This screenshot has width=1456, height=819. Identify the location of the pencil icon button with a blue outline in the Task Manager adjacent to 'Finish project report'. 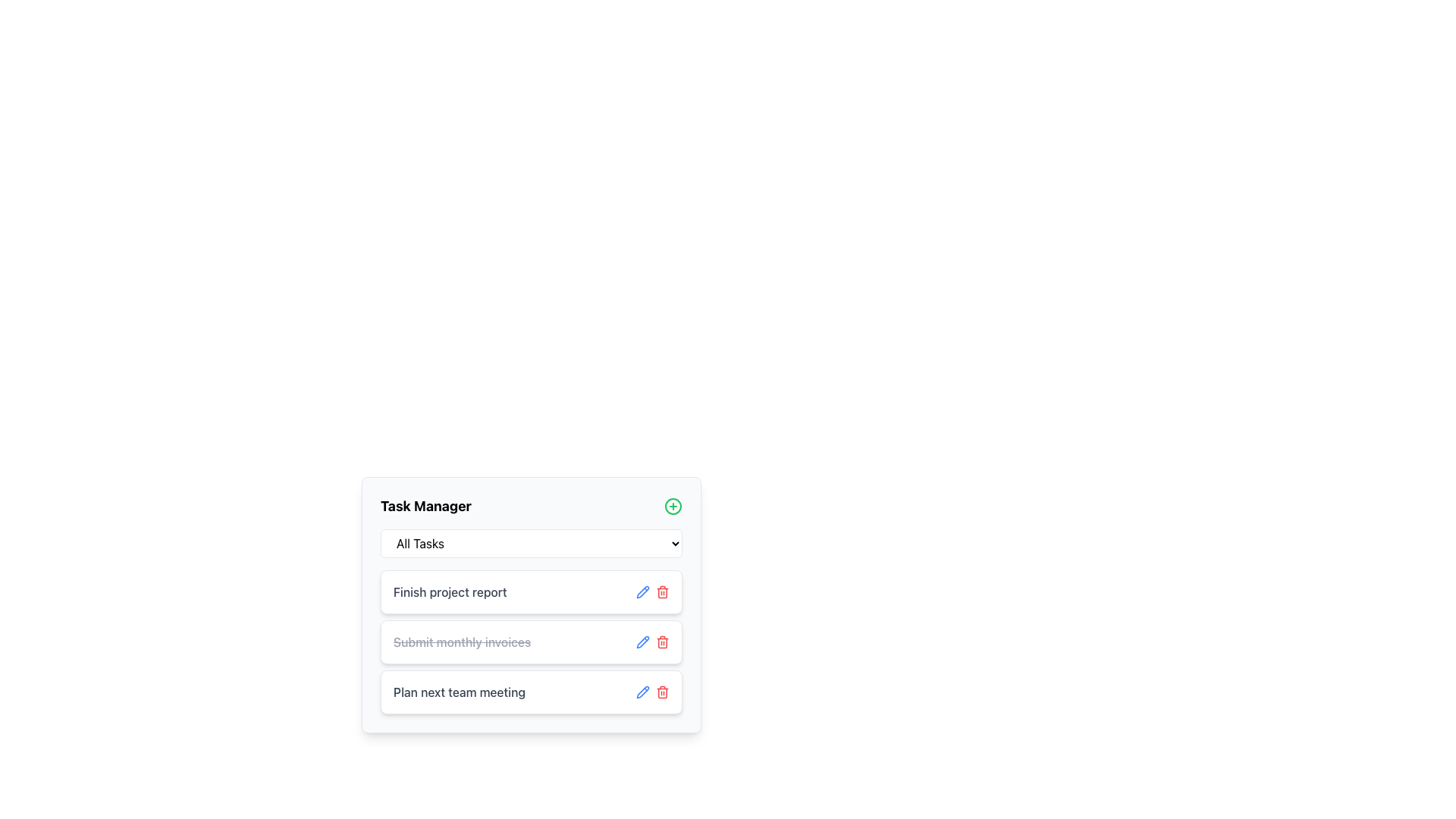
(643, 591).